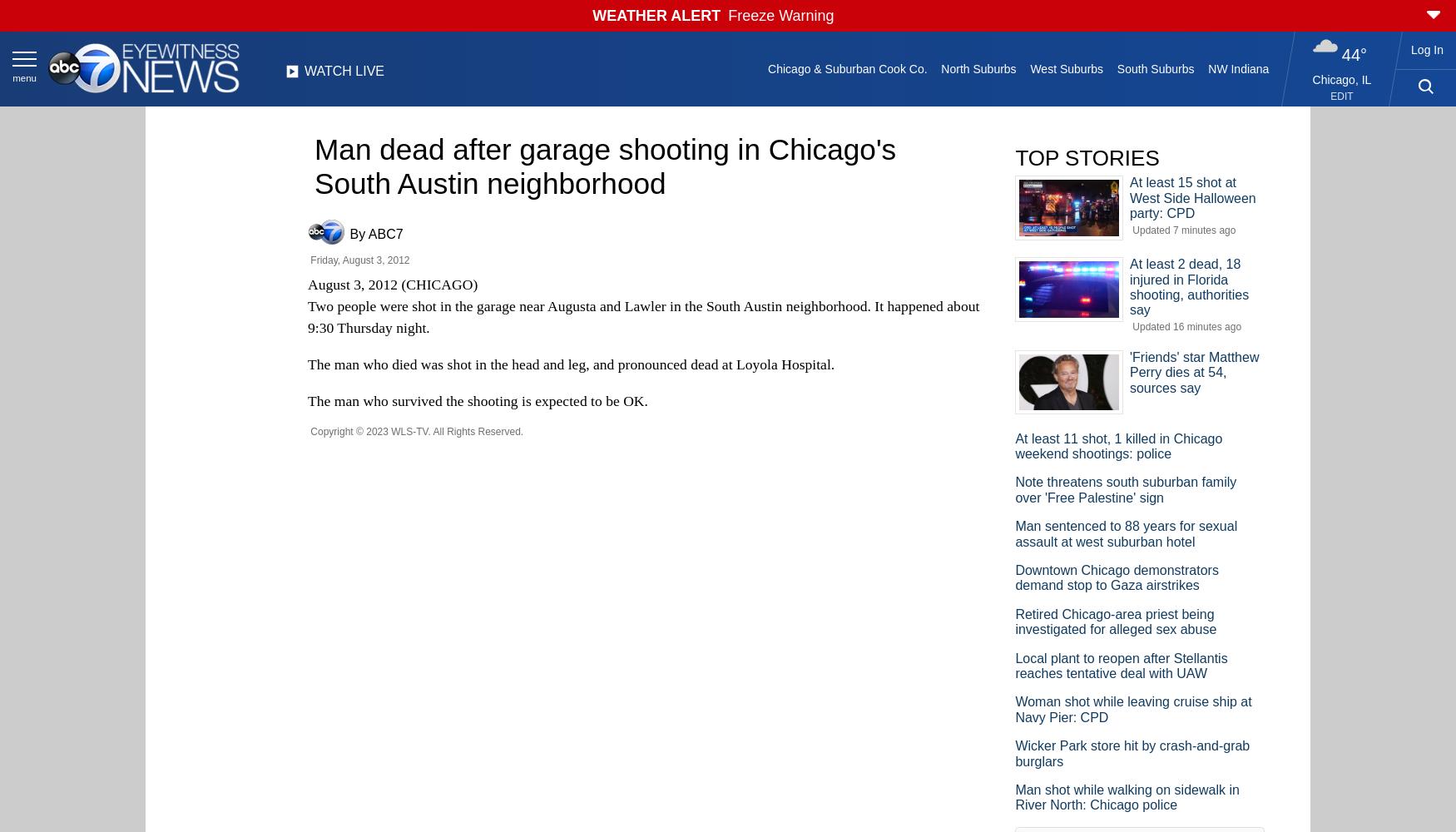 Image resolution: width=1456 pixels, height=832 pixels. I want to click on 'Log In', so click(1427, 50).